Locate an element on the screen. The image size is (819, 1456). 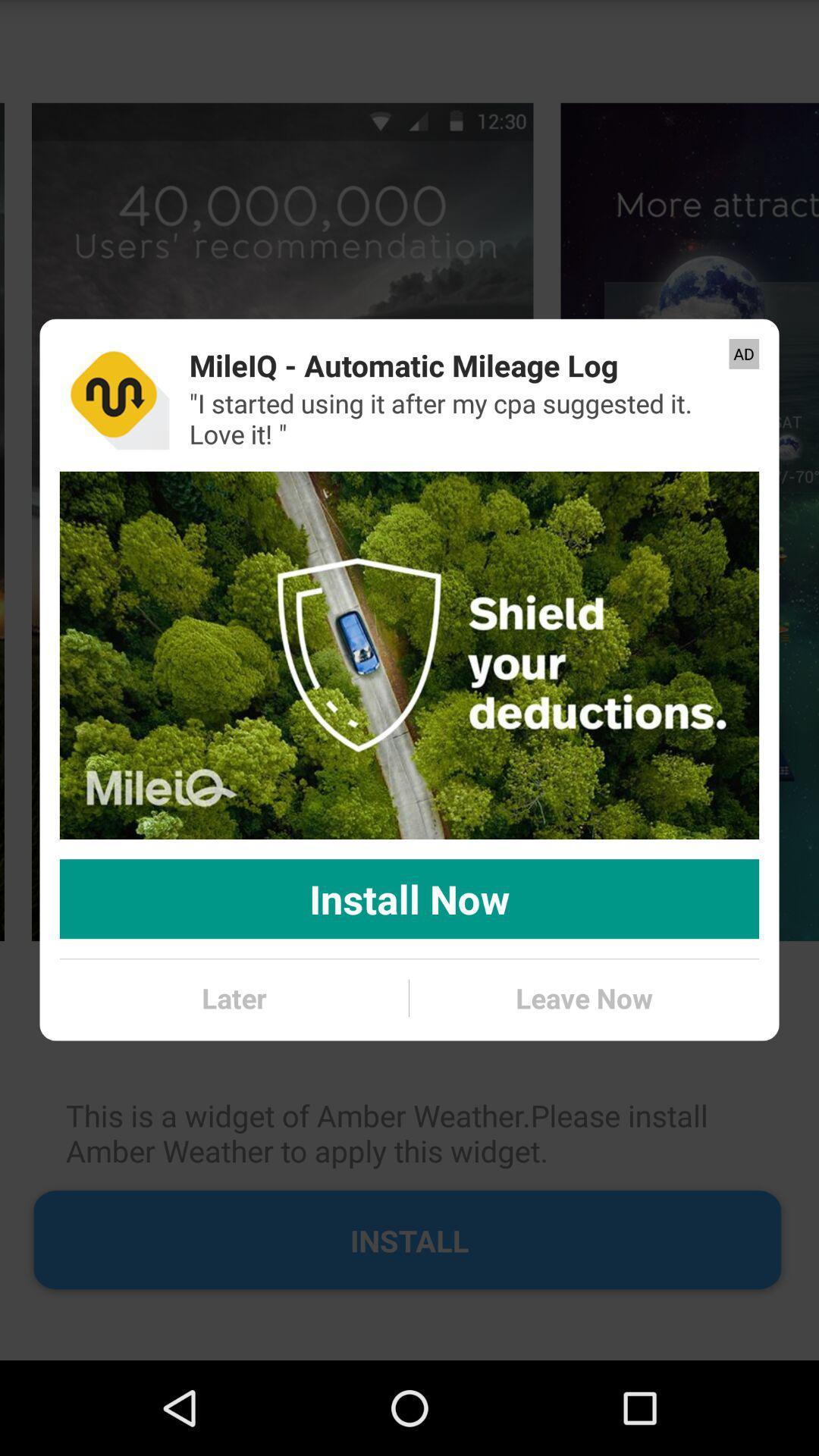
app to the left of mileiq automatic mileage icon is located at coordinates (114, 394).